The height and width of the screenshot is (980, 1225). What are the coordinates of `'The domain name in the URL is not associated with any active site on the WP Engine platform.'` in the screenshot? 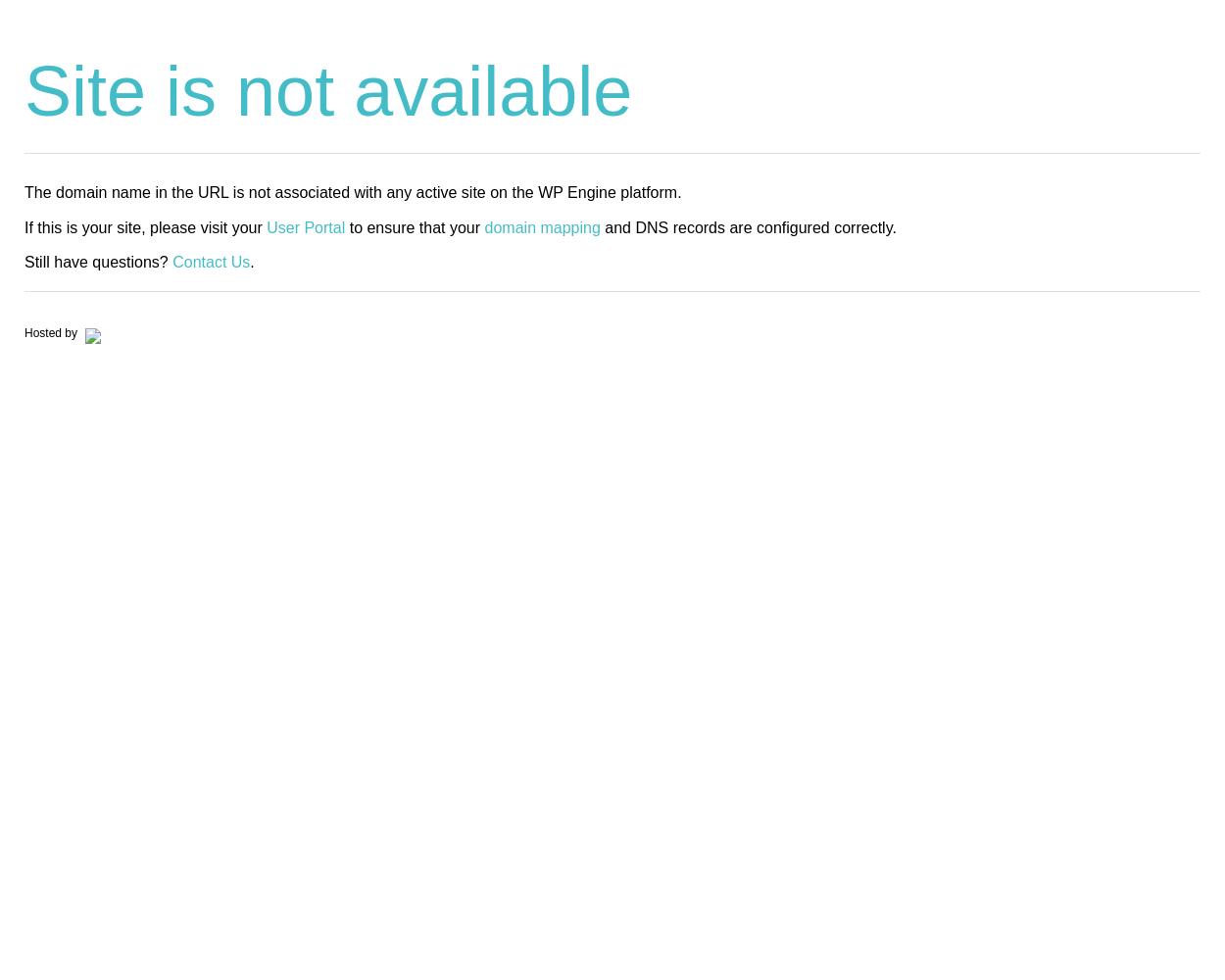 It's located at (352, 191).